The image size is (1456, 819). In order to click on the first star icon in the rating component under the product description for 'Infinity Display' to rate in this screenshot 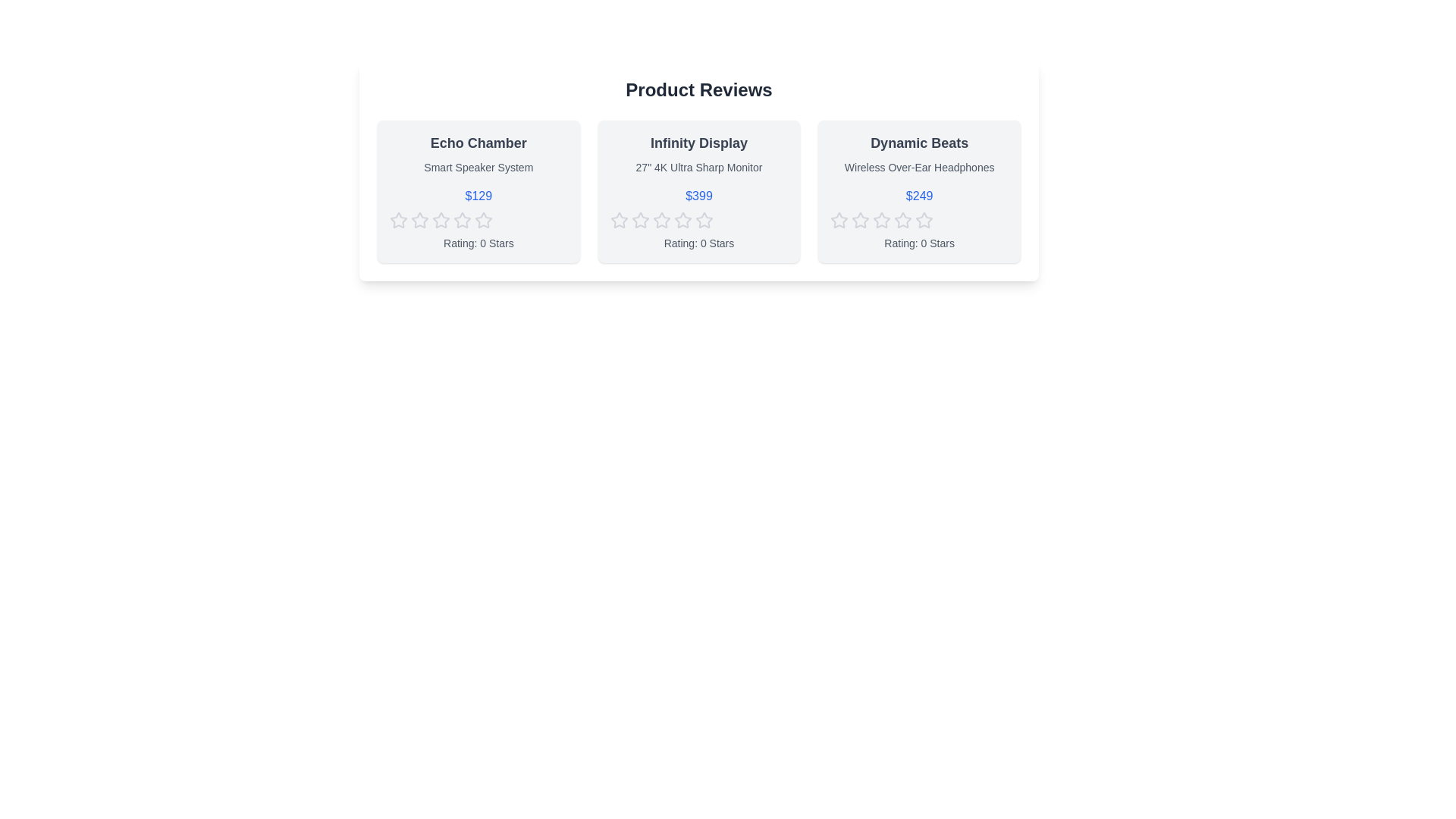, I will do `click(619, 220)`.